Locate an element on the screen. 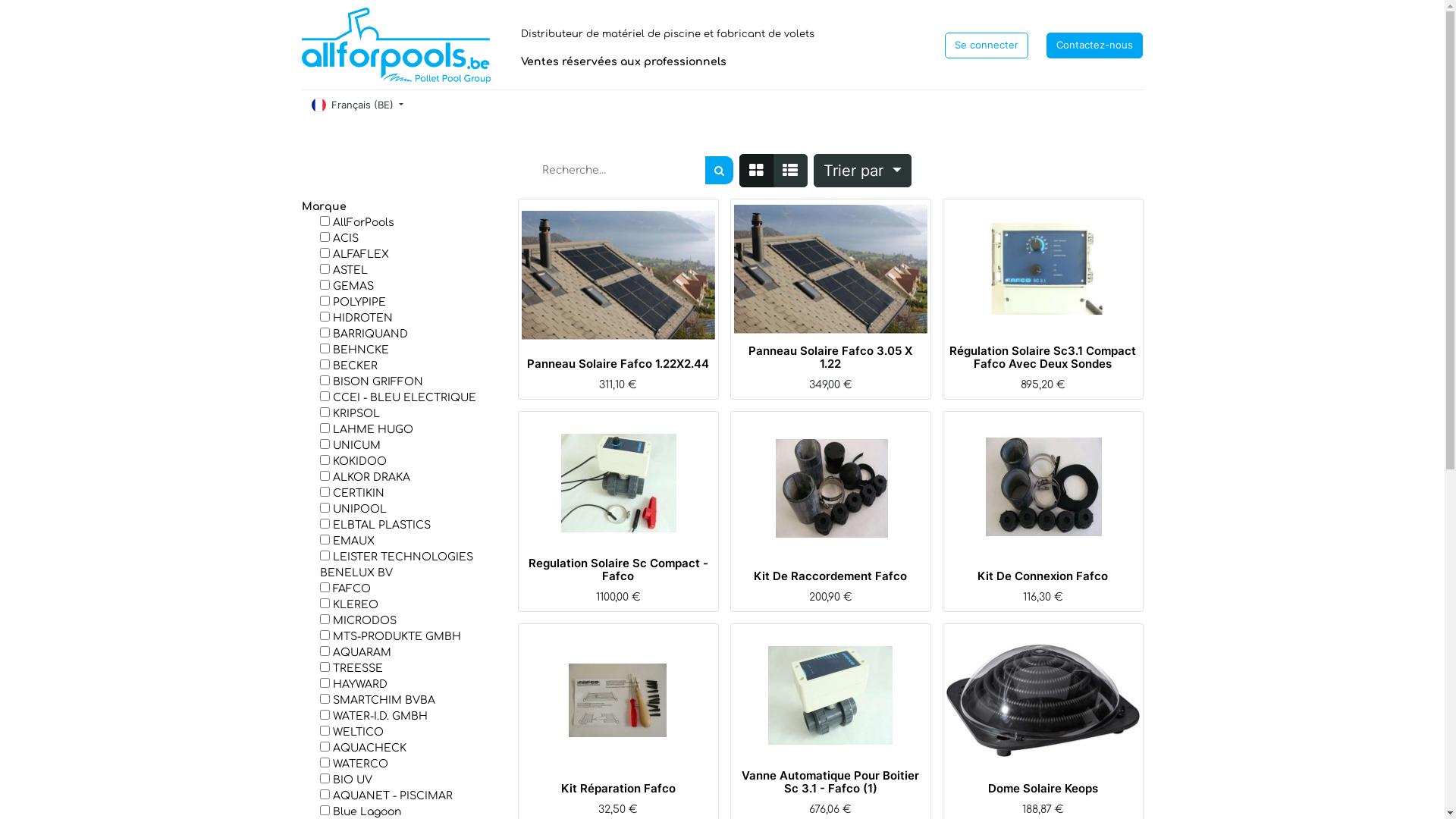 Image resolution: width=1456 pixels, height=819 pixels. 'Liste' is located at coordinates (789, 170).